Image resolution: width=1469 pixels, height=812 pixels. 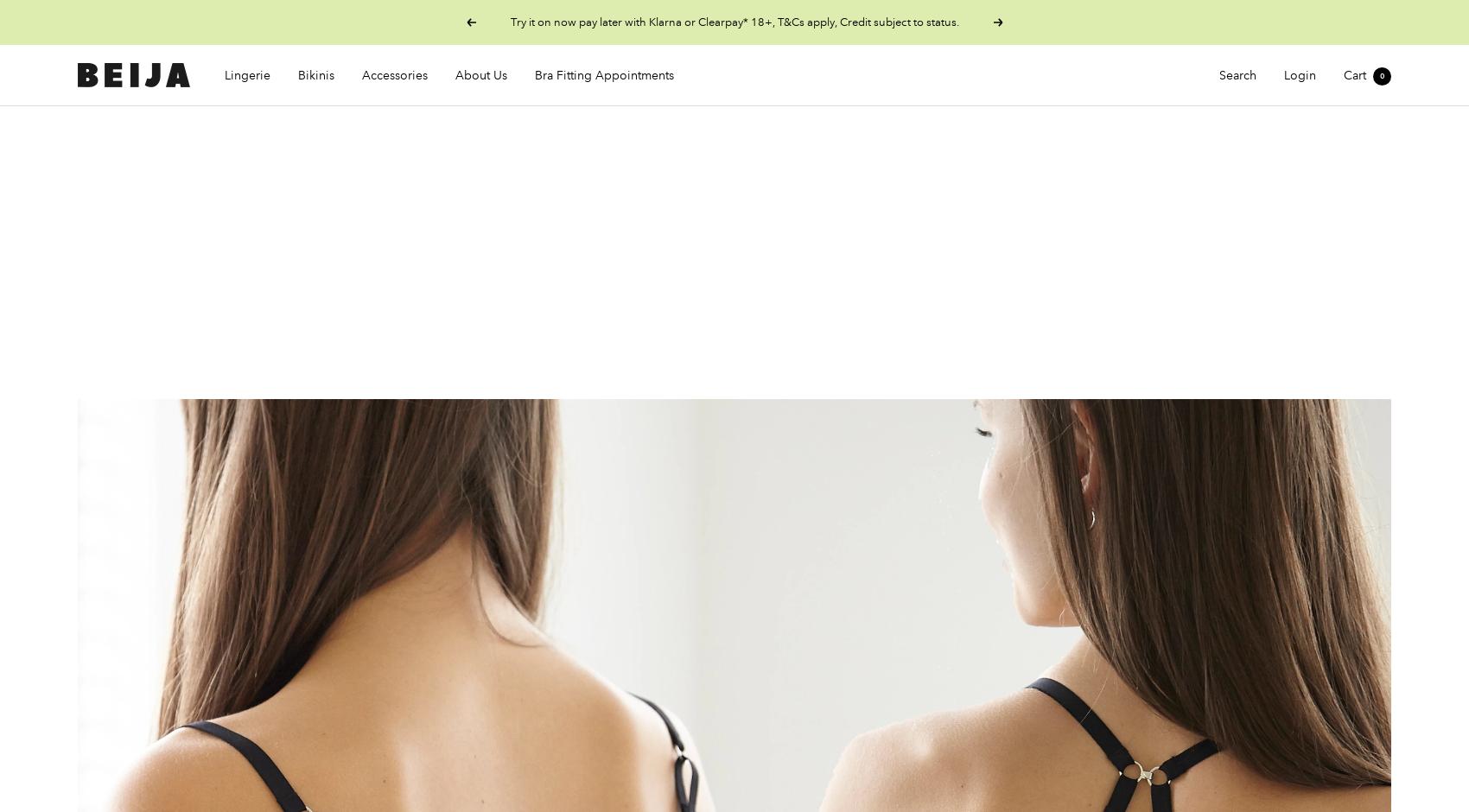 What do you see at coordinates (1381, 75) in the screenshot?
I see `'0'` at bounding box center [1381, 75].